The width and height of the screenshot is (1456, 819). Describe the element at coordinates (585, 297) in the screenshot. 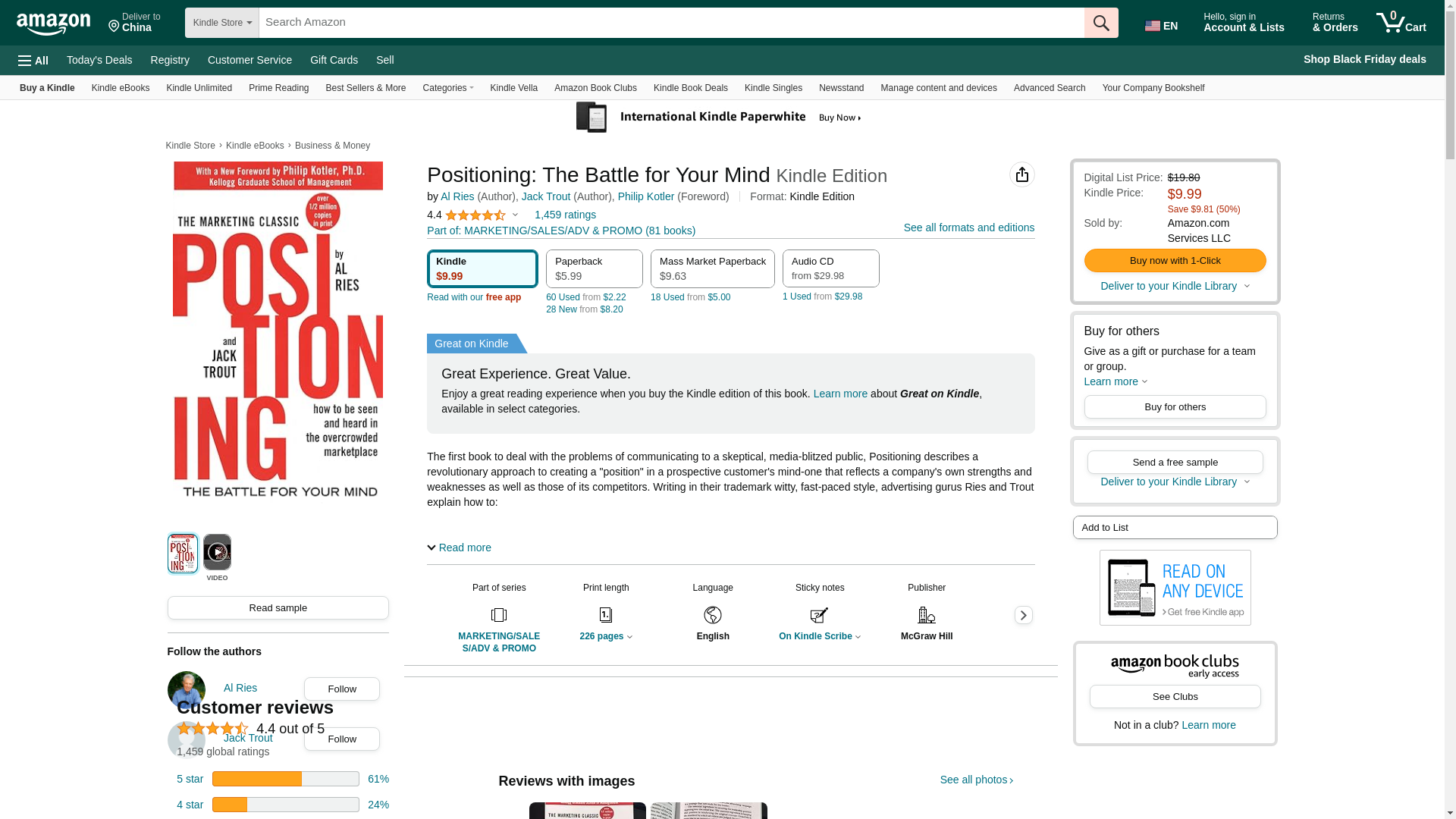

I see `'60 Used from $2.22'` at that location.